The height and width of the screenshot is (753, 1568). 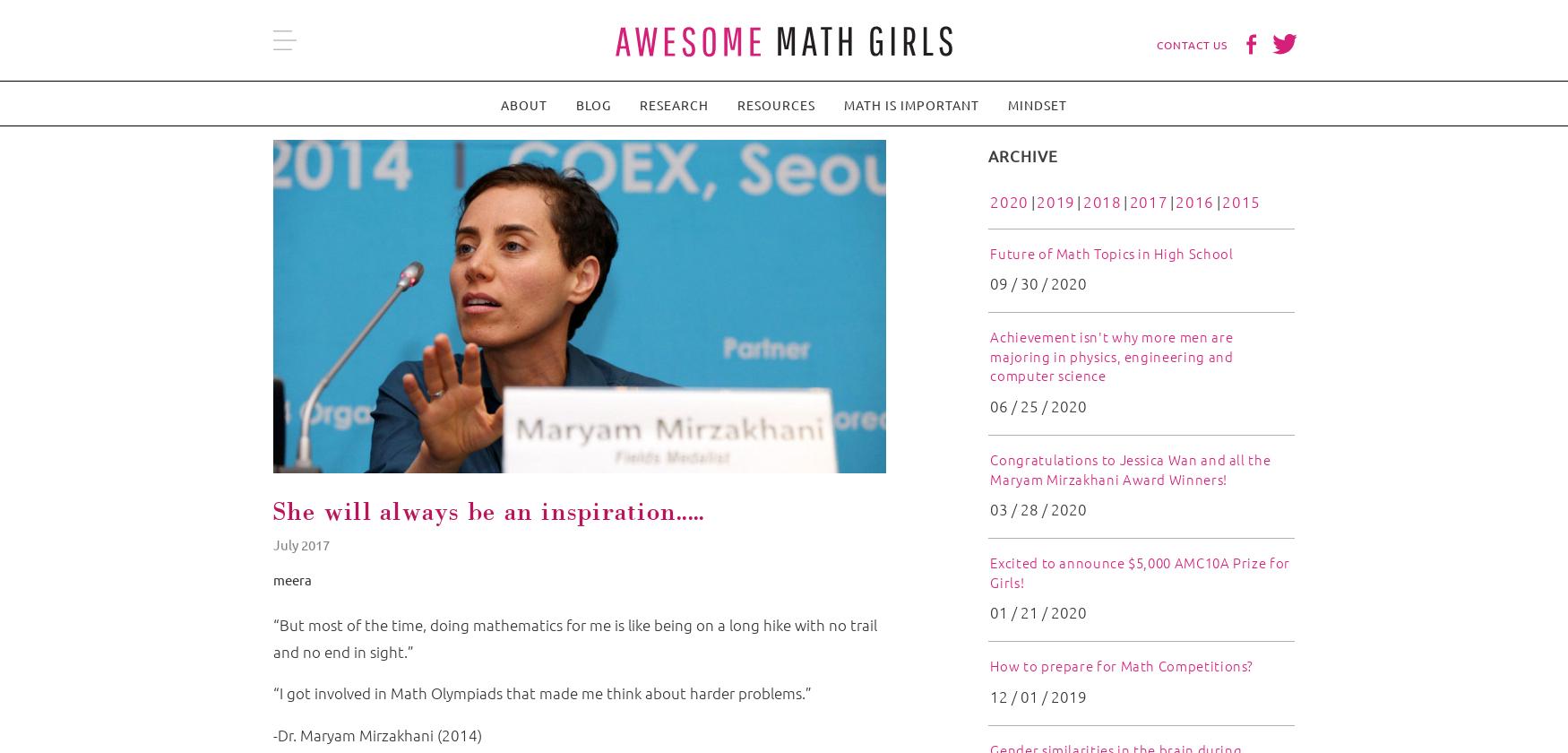 I want to click on '2020', so click(x=1008, y=202).